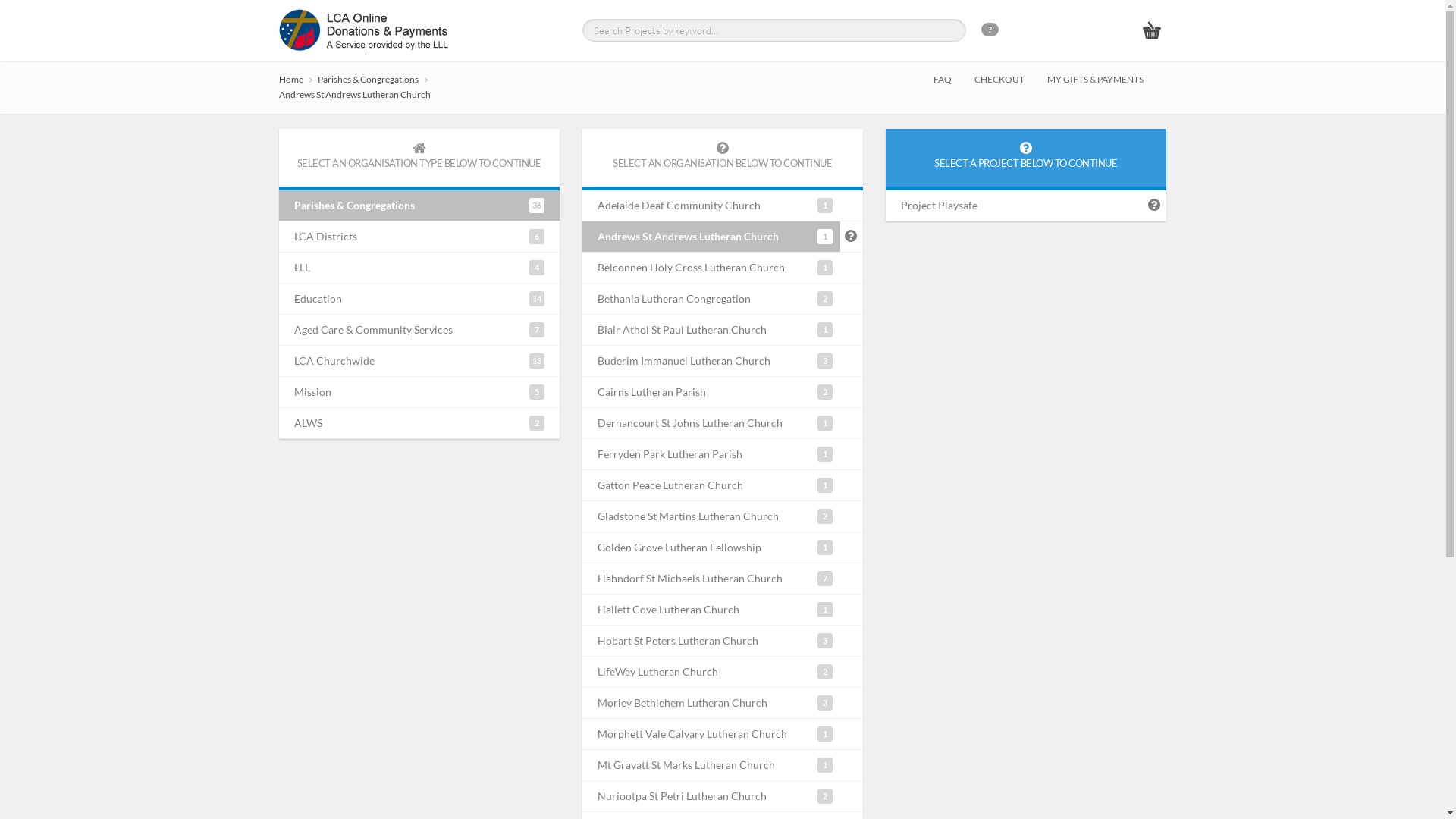 The image size is (1456, 819). Describe the element at coordinates (710, 547) in the screenshot. I see `'1` at that location.